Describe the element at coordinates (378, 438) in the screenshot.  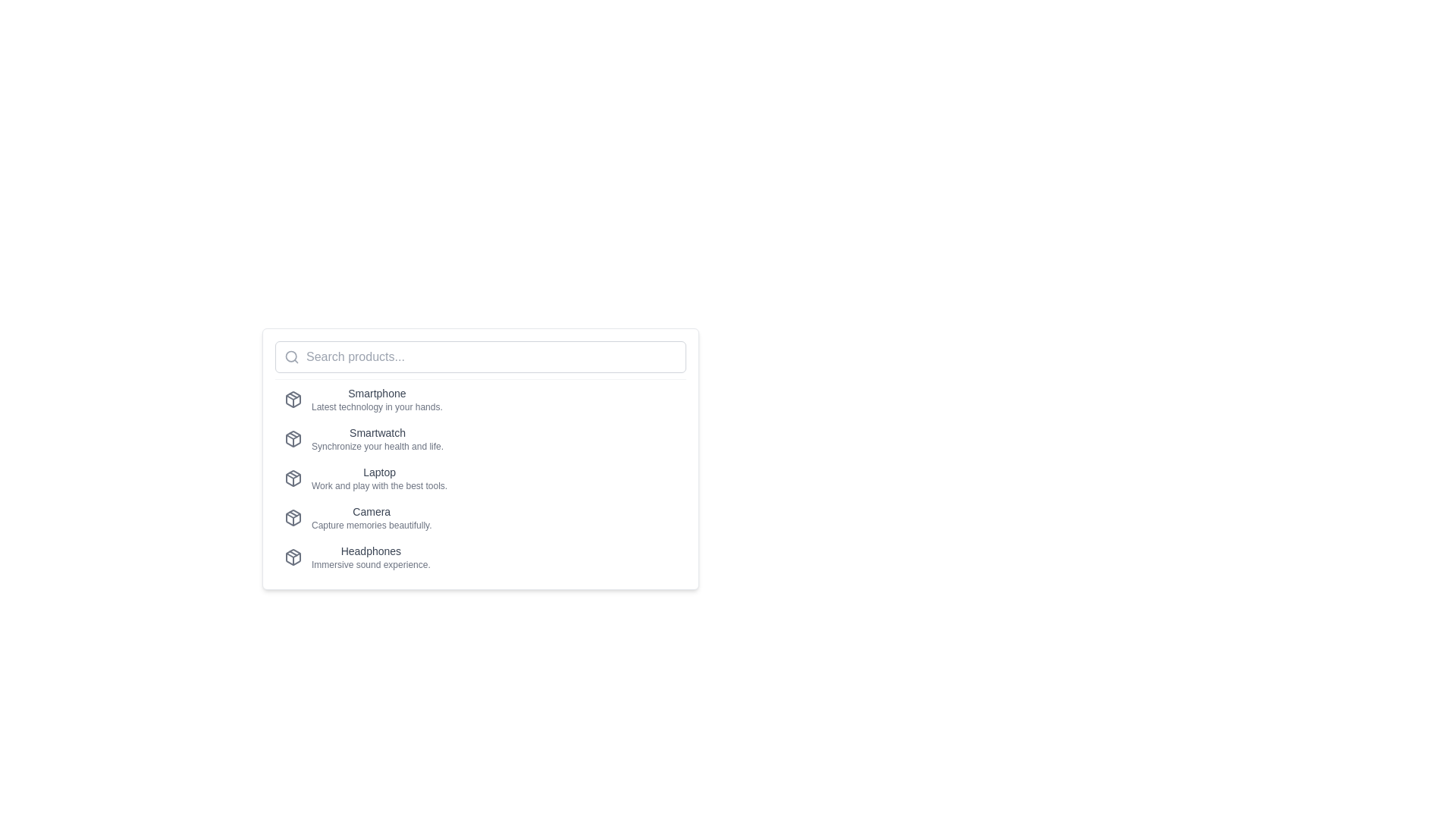
I see `the Text description block related to 'Smartwatch' which is positioned in the second row of the list with an icon on its left side` at that location.